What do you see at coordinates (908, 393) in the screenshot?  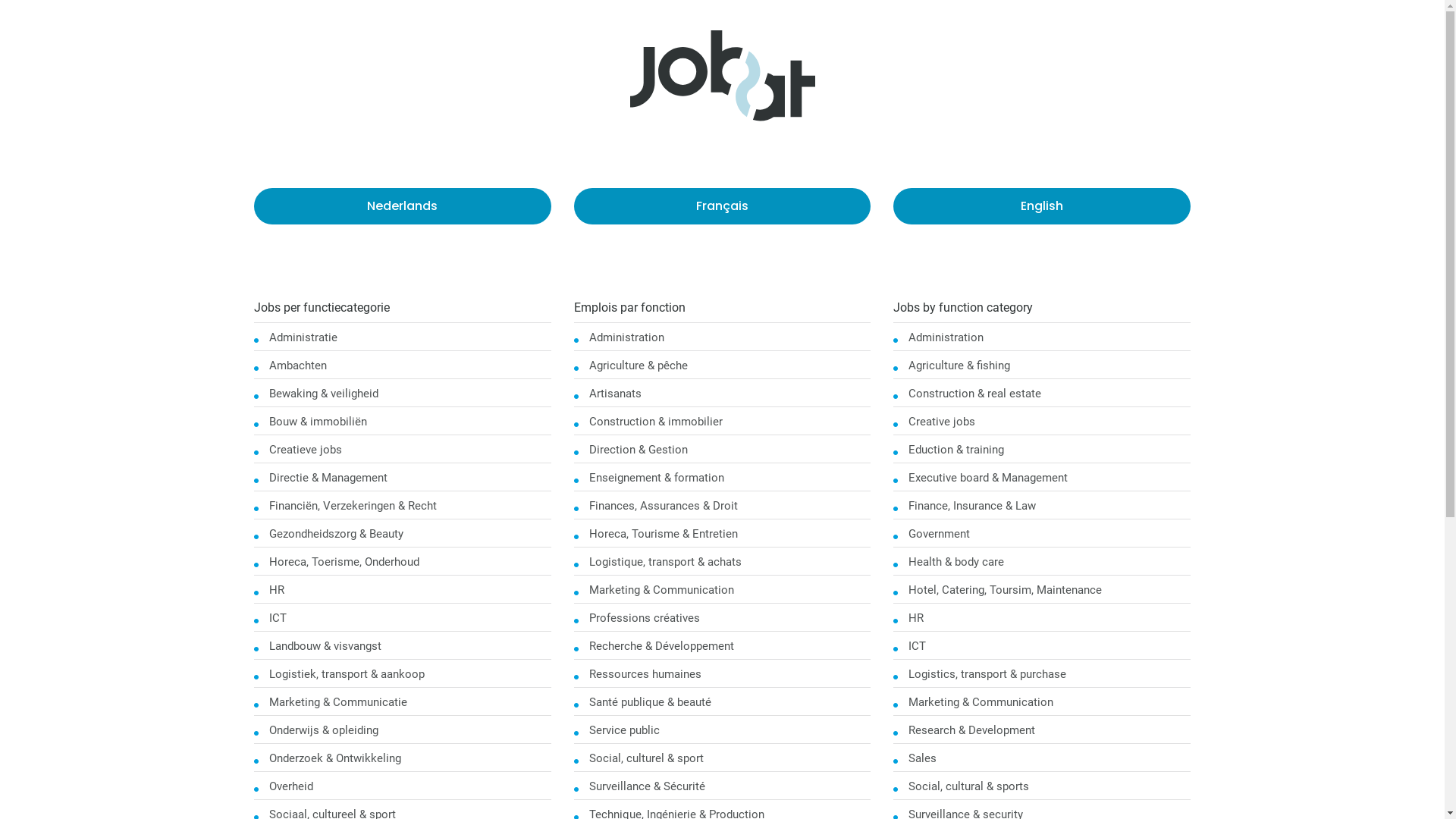 I see `'Construction & real estate'` at bounding box center [908, 393].